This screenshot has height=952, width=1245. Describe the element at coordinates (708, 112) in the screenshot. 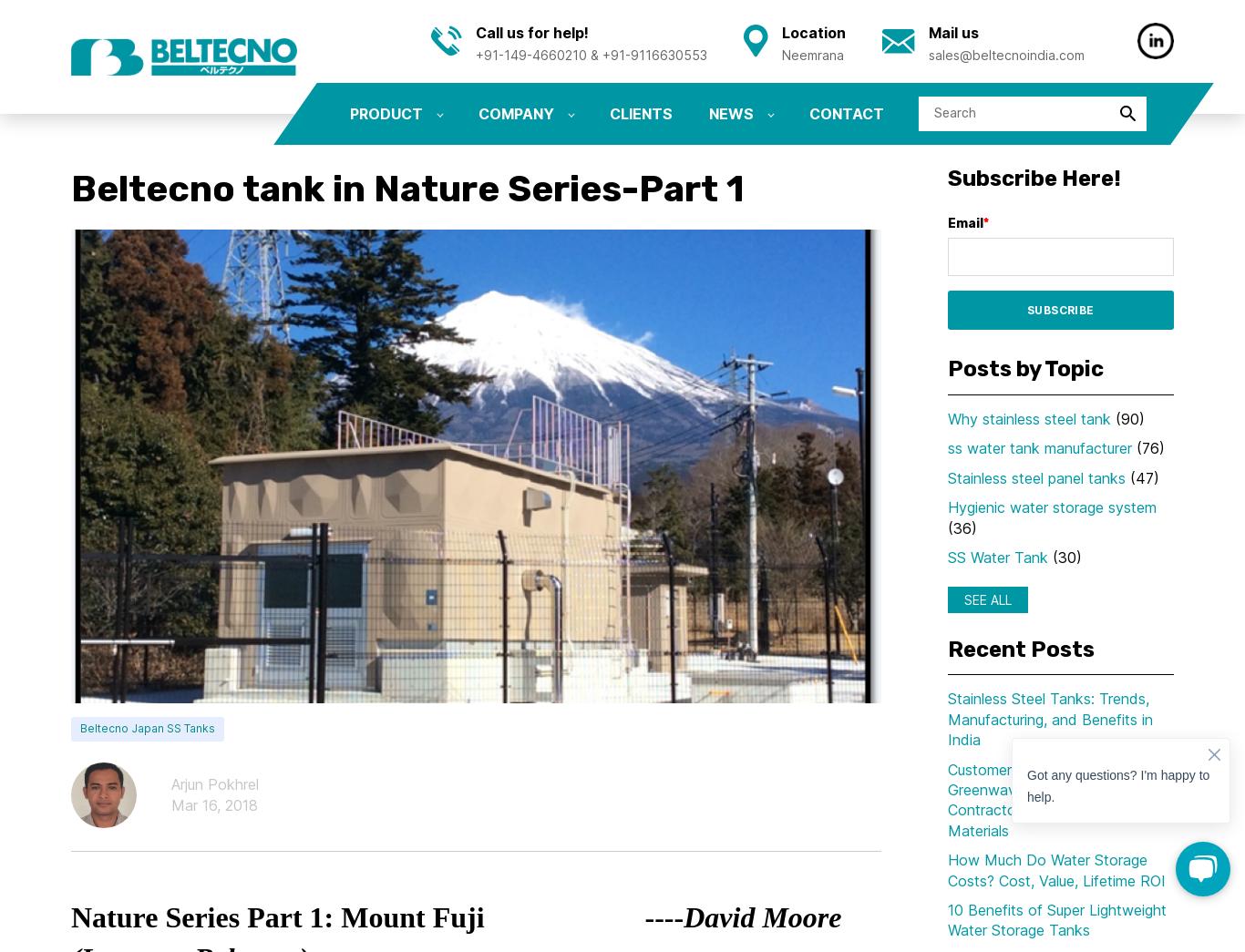

I see `'NEWS'` at that location.